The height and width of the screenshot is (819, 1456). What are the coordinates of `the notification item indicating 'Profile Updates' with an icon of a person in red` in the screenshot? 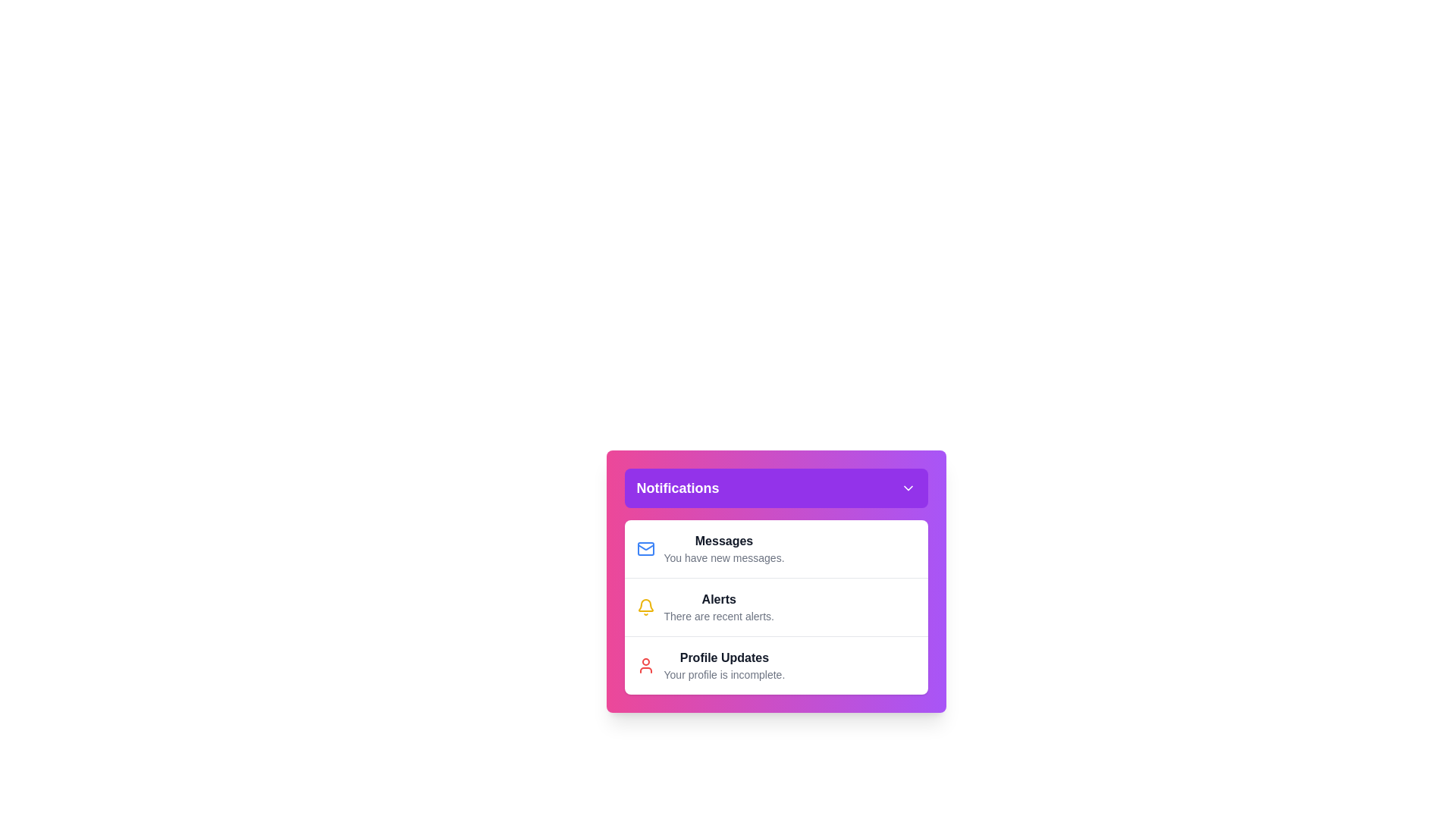 It's located at (776, 664).